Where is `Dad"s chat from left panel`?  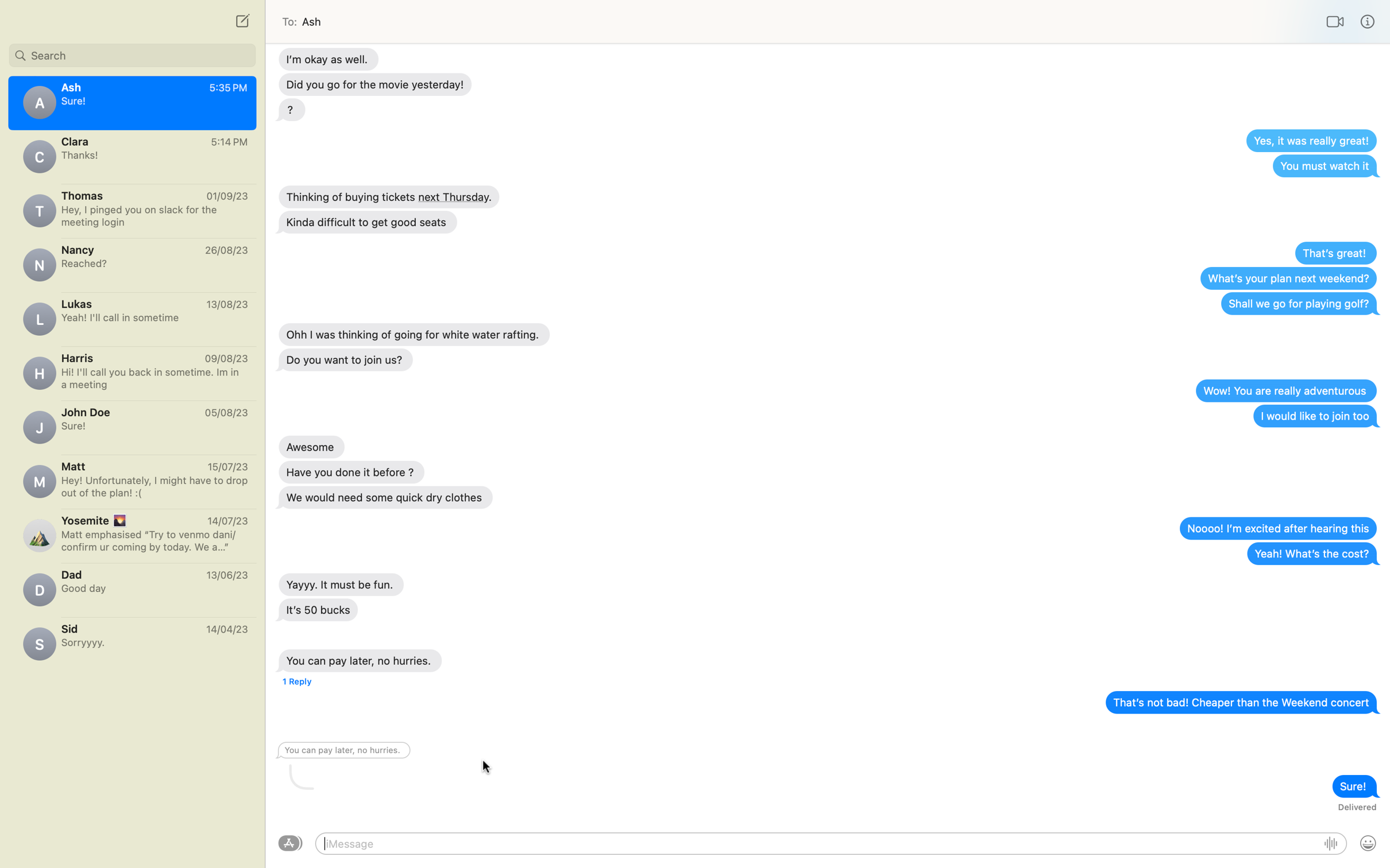 Dad"s chat from left panel is located at coordinates (132, 586).